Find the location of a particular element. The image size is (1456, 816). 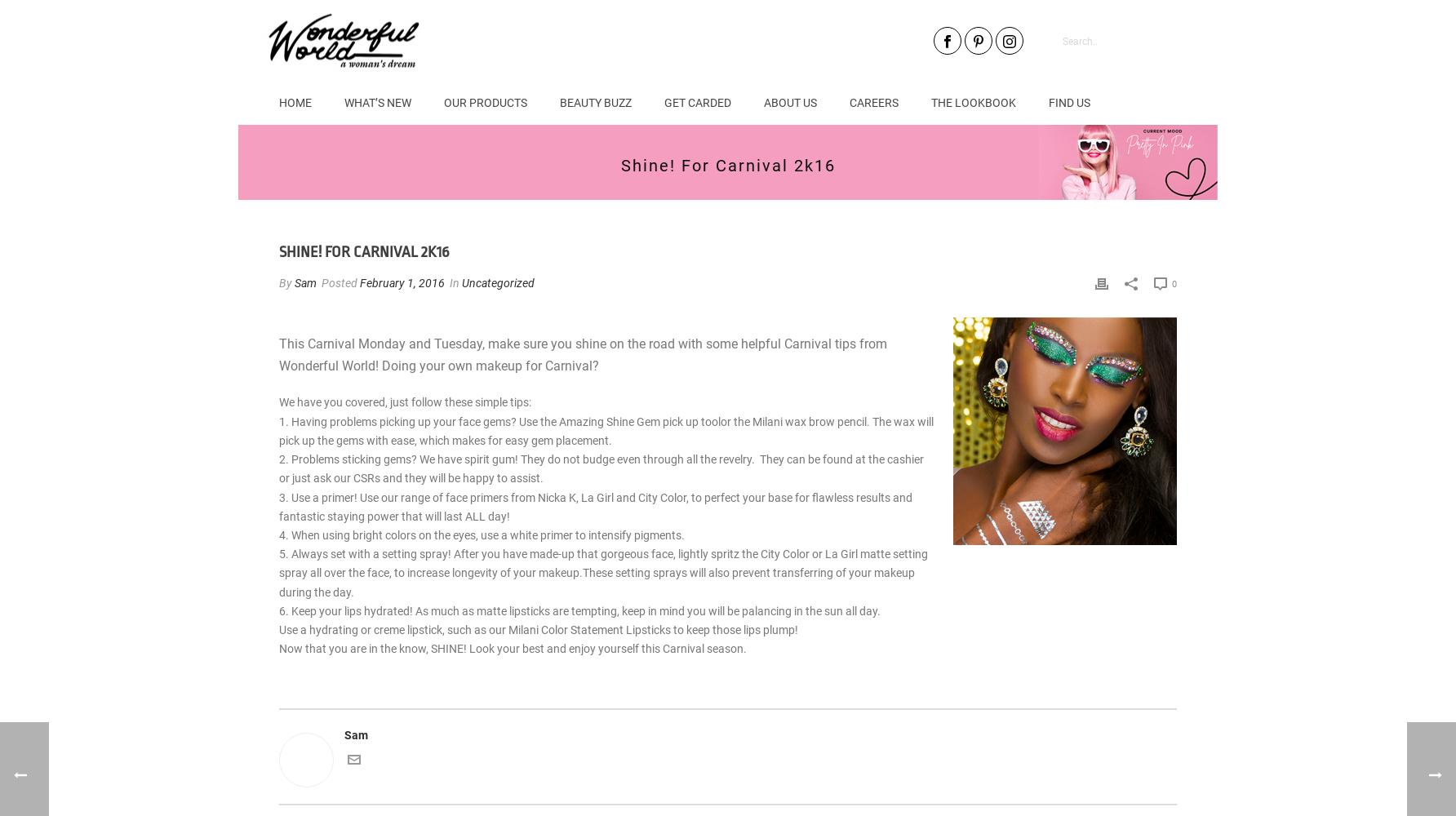

'By' is located at coordinates (286, 282).